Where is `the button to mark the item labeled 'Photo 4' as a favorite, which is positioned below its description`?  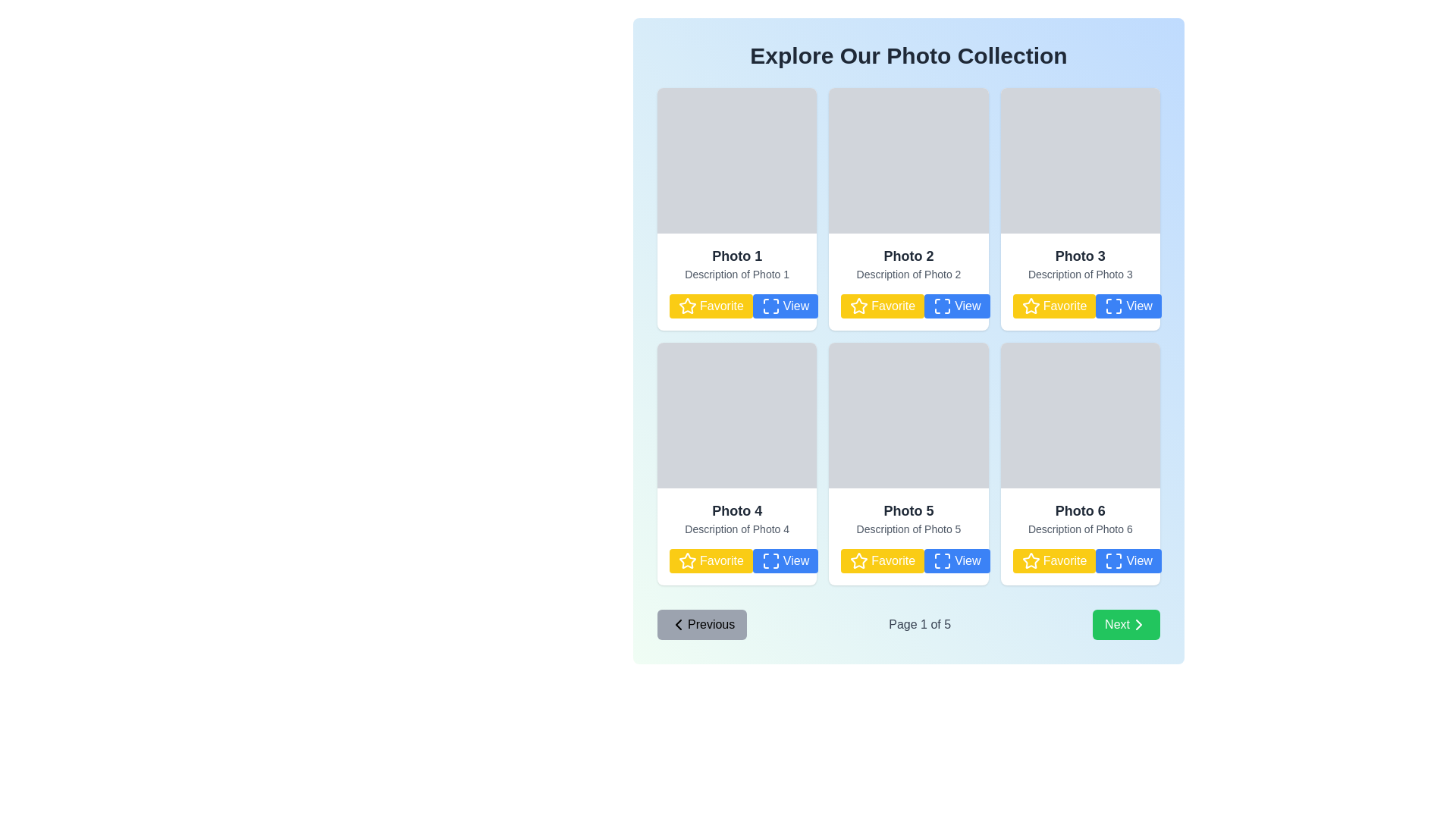
the button to mark the item labeled 'Photo 4' as a favorite, which is positioned below its description is located at coordinates (737, 561).